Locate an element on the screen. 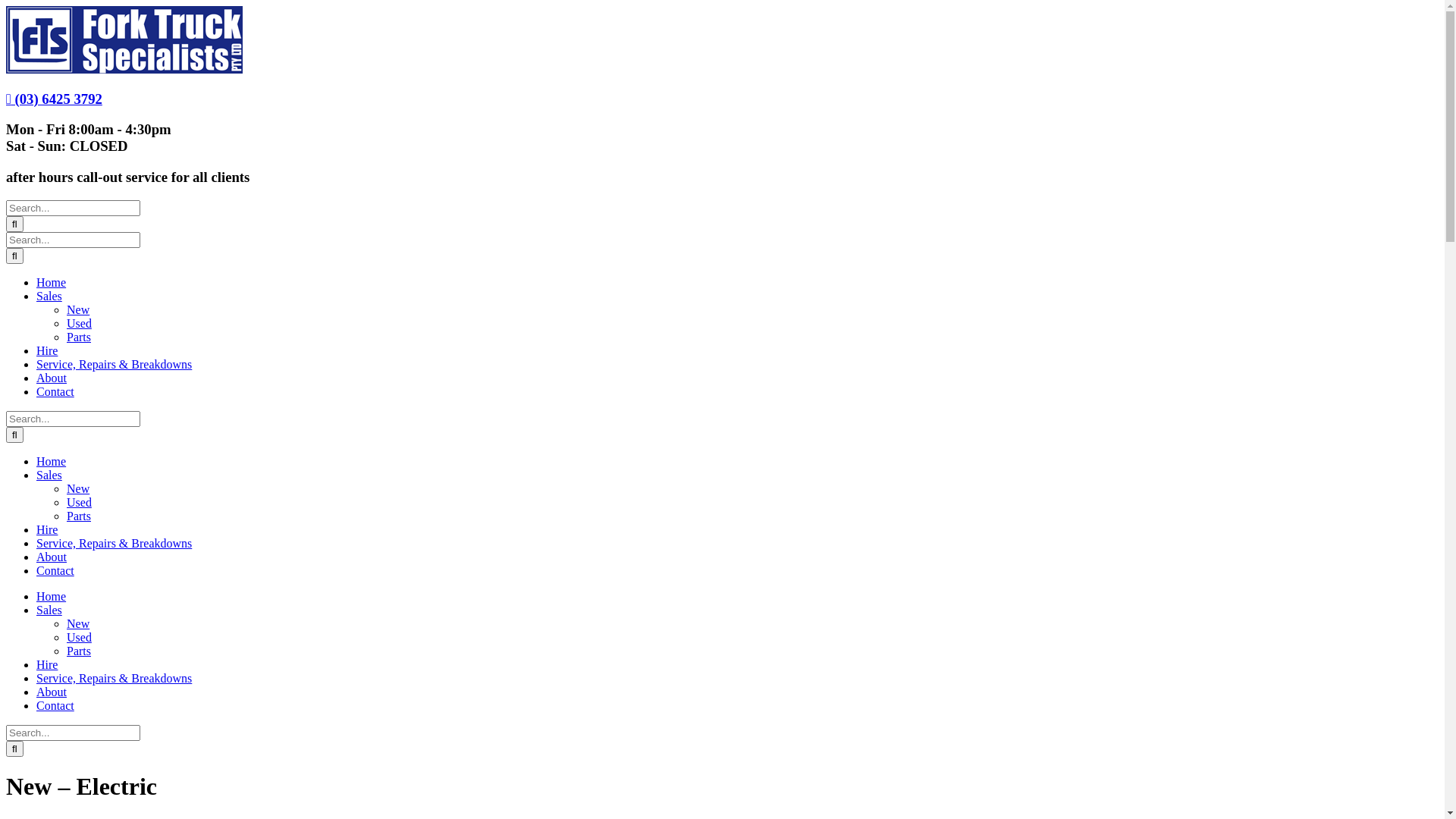 The width and height of the screenshot is (1456, 819). 'Skip to content' is located at coordinates (5, 5).